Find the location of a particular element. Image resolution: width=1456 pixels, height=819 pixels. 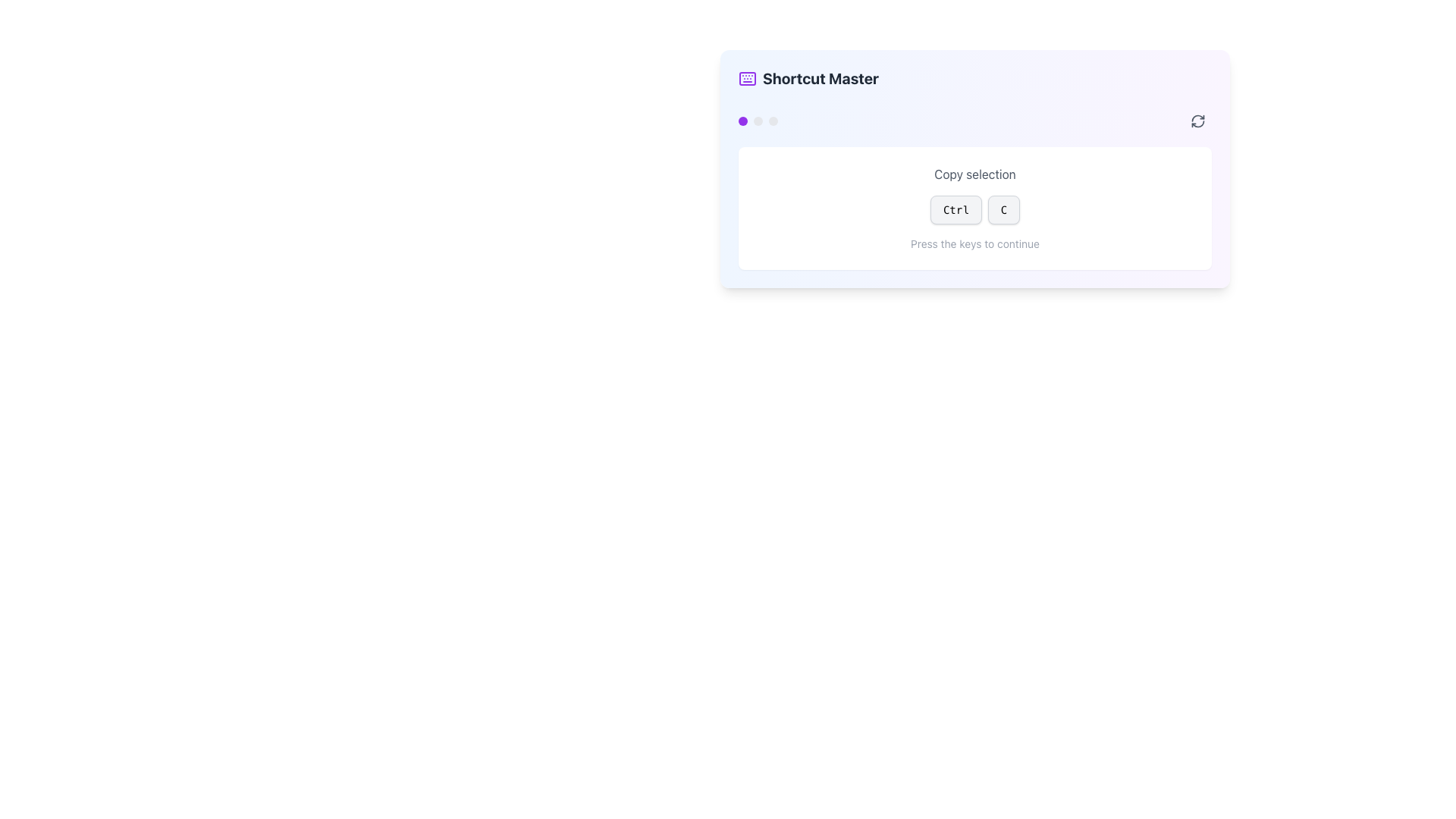

the instructional static text located at the bottom of the card layout, which provides guidance on pressing specific keys is located at coordinates (975, 243).